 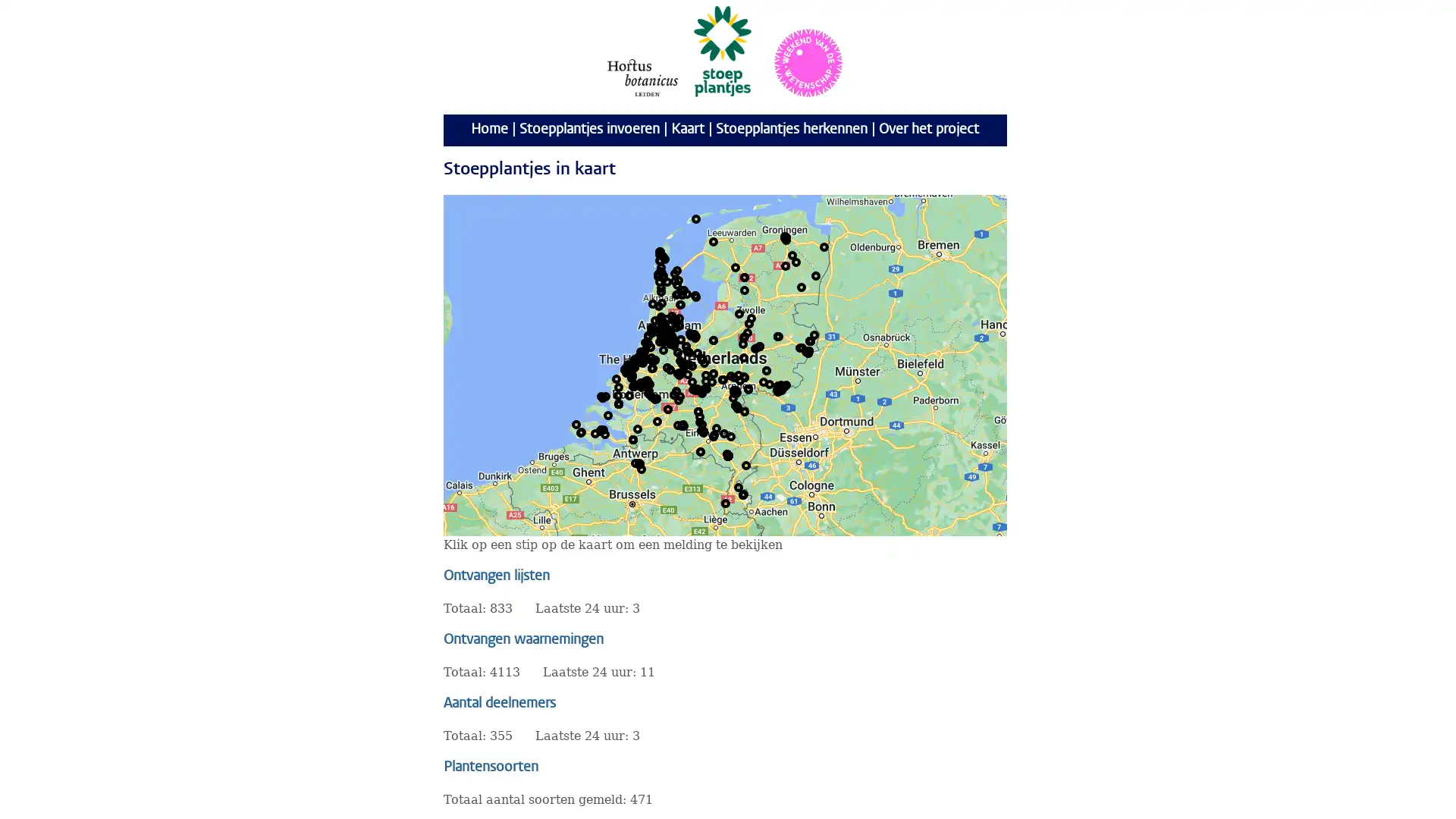 I want to click on Telling van Bas op 18 juni 2022, so click(x=734, y=391).